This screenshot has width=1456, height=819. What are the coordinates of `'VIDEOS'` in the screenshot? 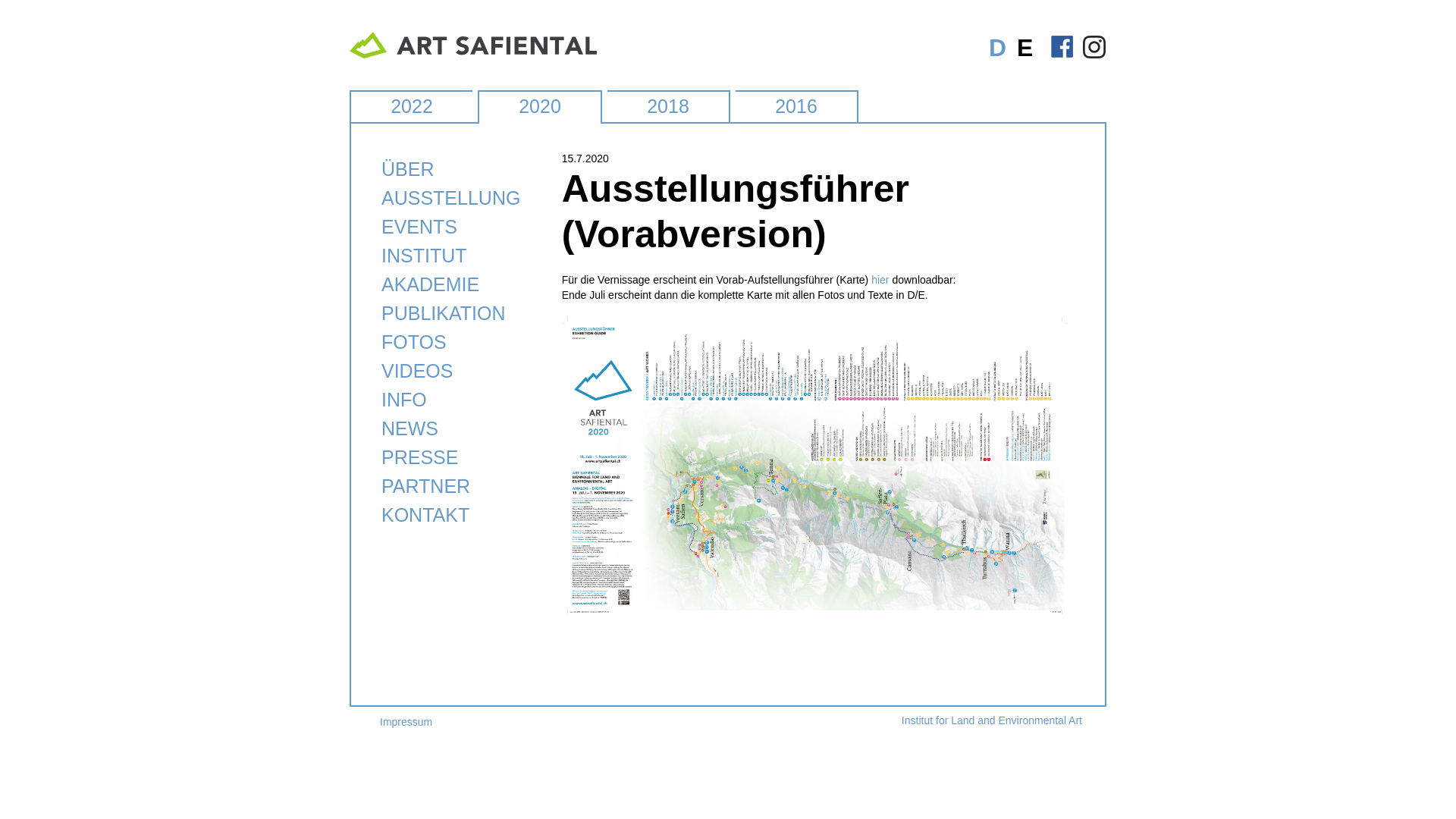 It's located at (417, 371).